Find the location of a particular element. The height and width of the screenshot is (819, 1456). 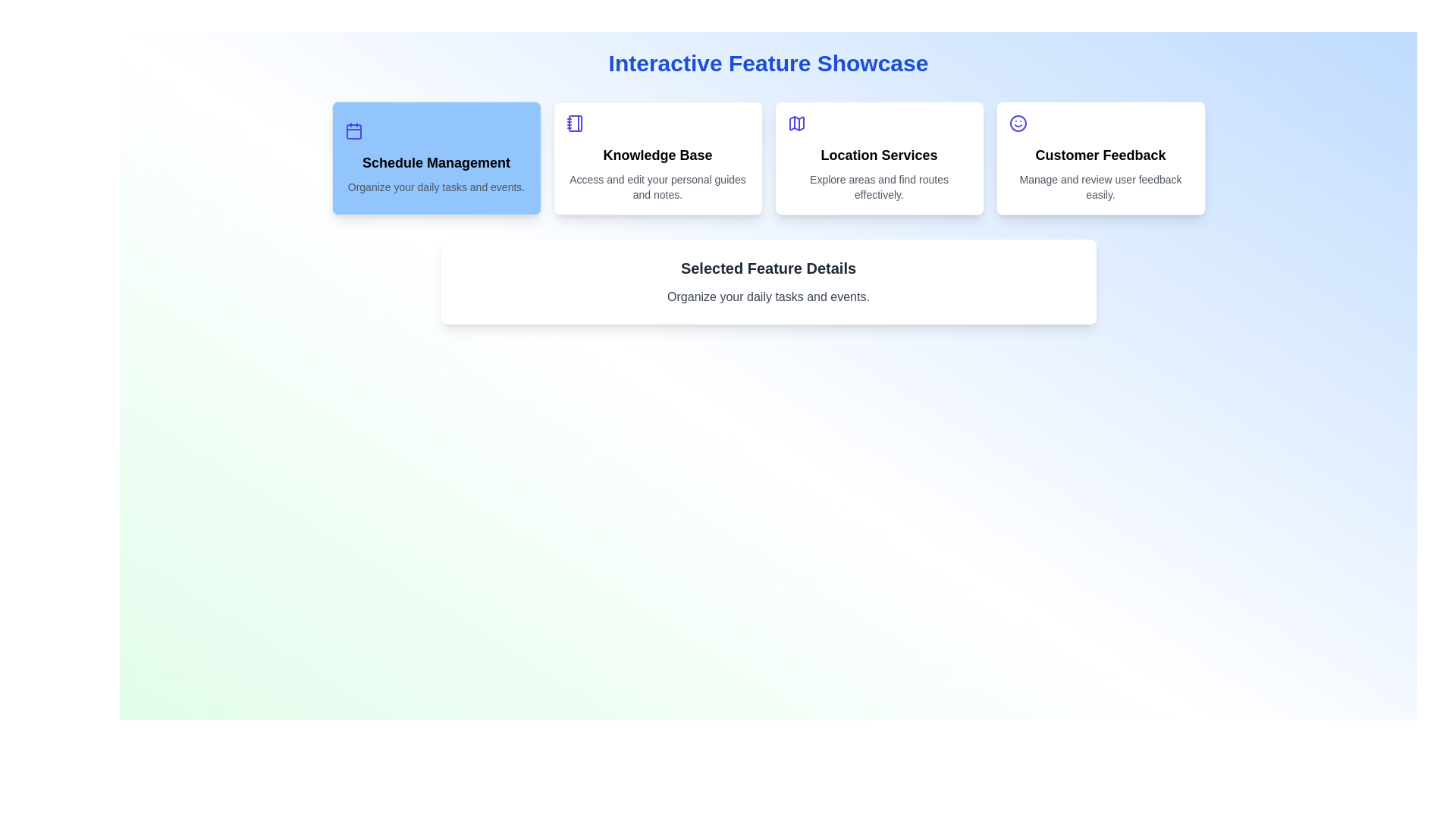

the descriptive label or subtitle located beneath the 'Knowledge Base' title within the bordered, rounded rectangular card is located at coordinates (657, 186).